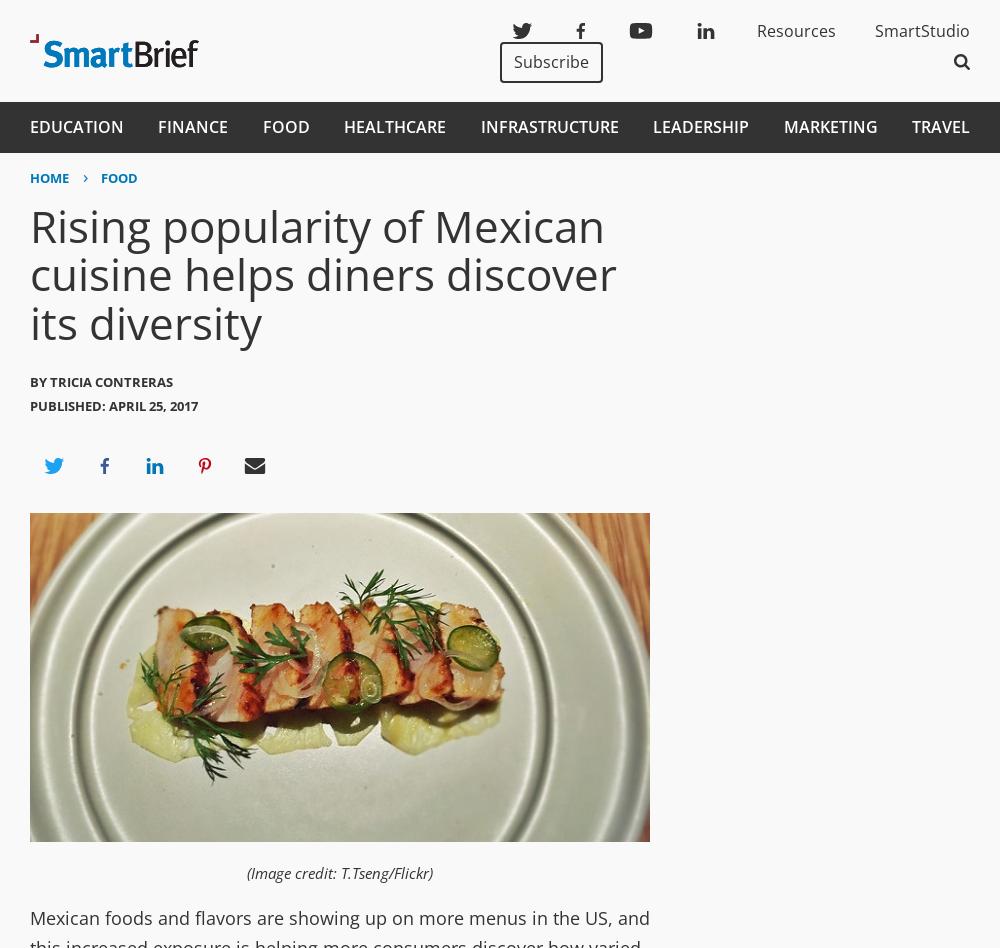  What do you see at coordinates (112, 405) in the screenshot?
I see `'Published: April 25, 2017'` at bounding box center [112, 405].